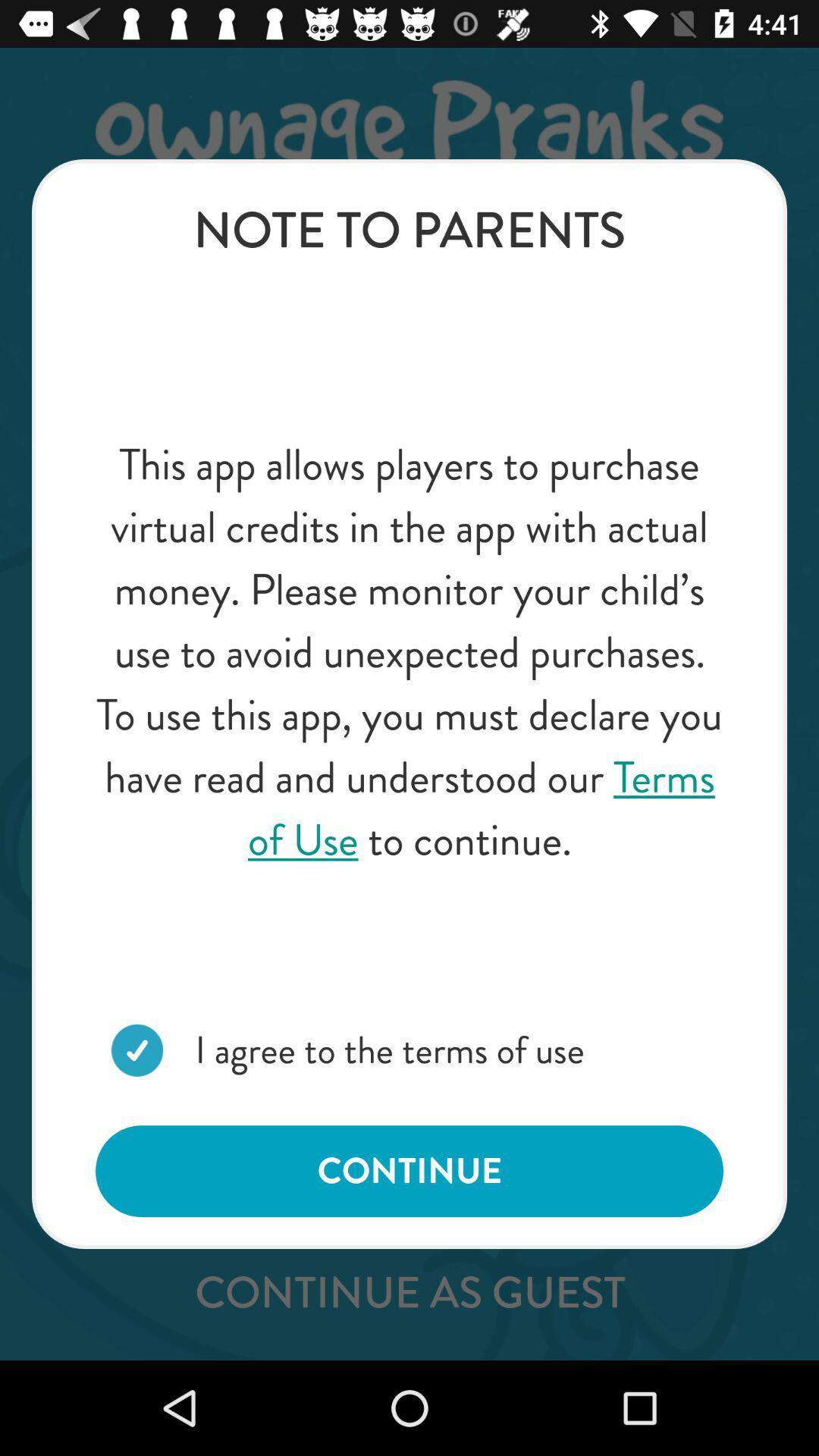 The image size is (819, 1456). Describe the element at coordinates (409, 1170) in the screenshot. I see `item below the i agree to` at that location.